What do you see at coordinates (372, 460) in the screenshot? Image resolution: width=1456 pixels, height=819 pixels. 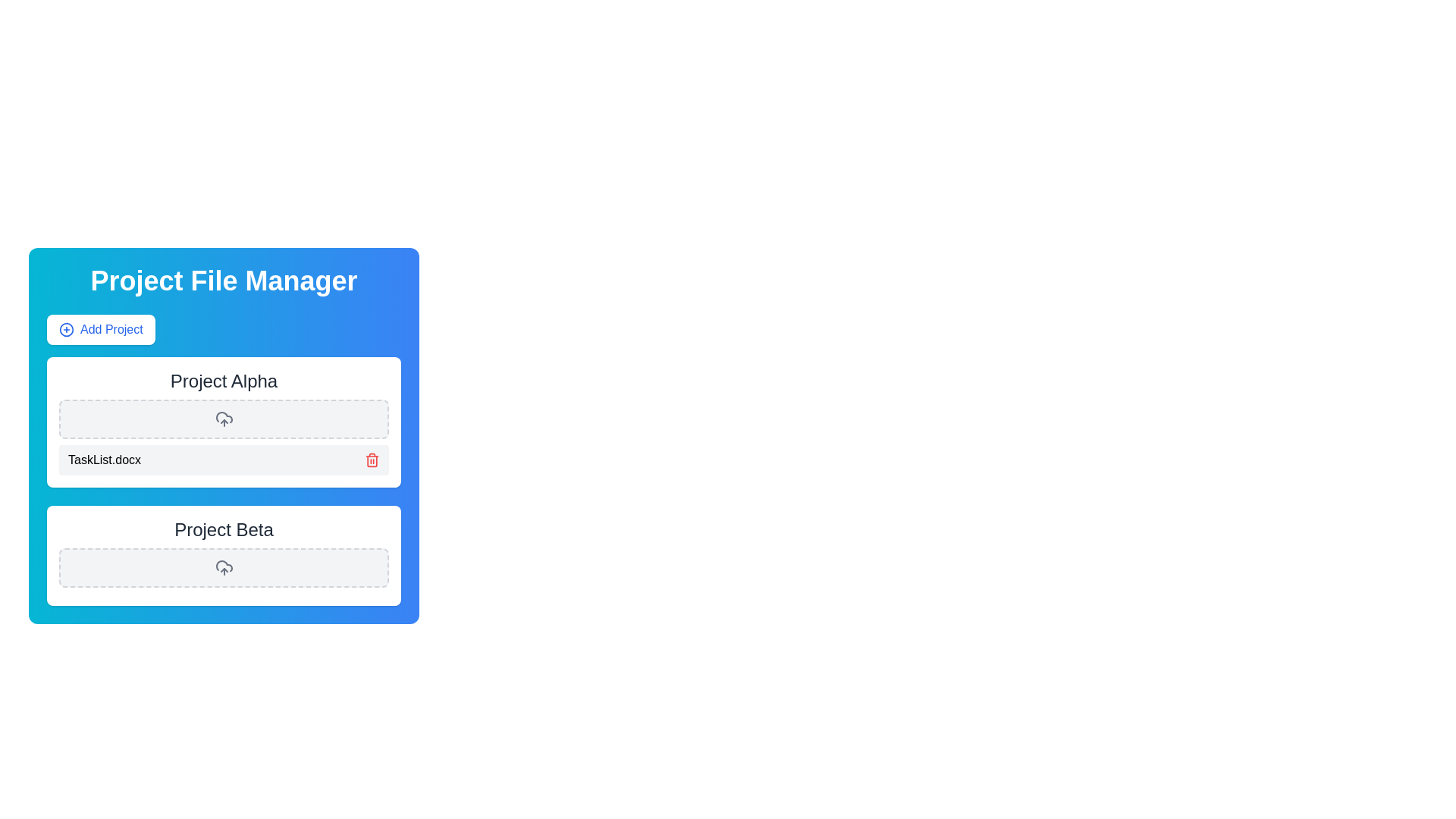 I see `the vertical border of the trash icon for deleting the file 'TaskList.docx' under 'Project Alpha', which is located on the far right side of the file row` at bounding box center [372, 460].